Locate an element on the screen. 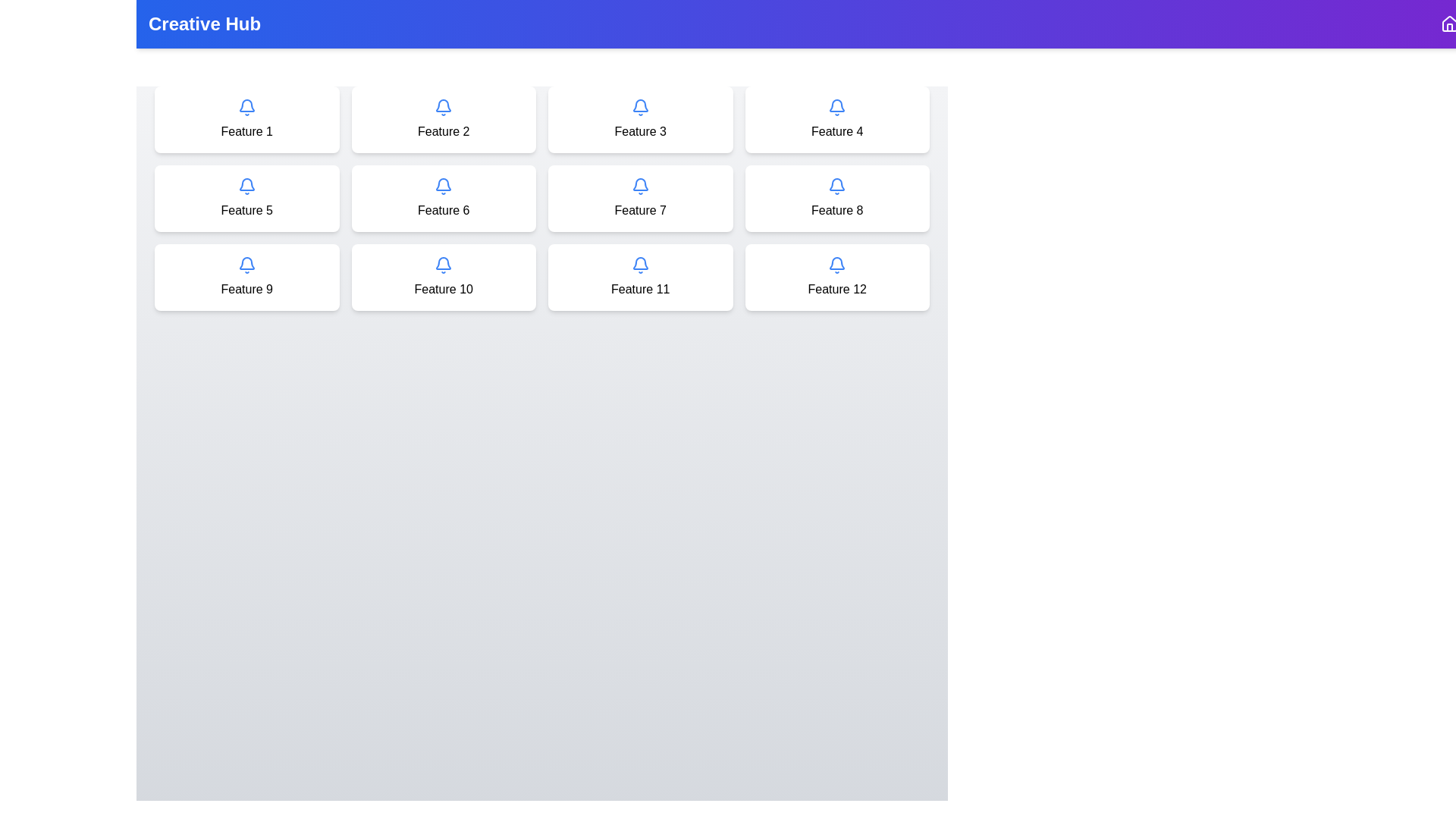 This screenshot has height=819, width=1456. the header text 'Creative Hub' to trigger its associated action is located at coordinates (203, 24).